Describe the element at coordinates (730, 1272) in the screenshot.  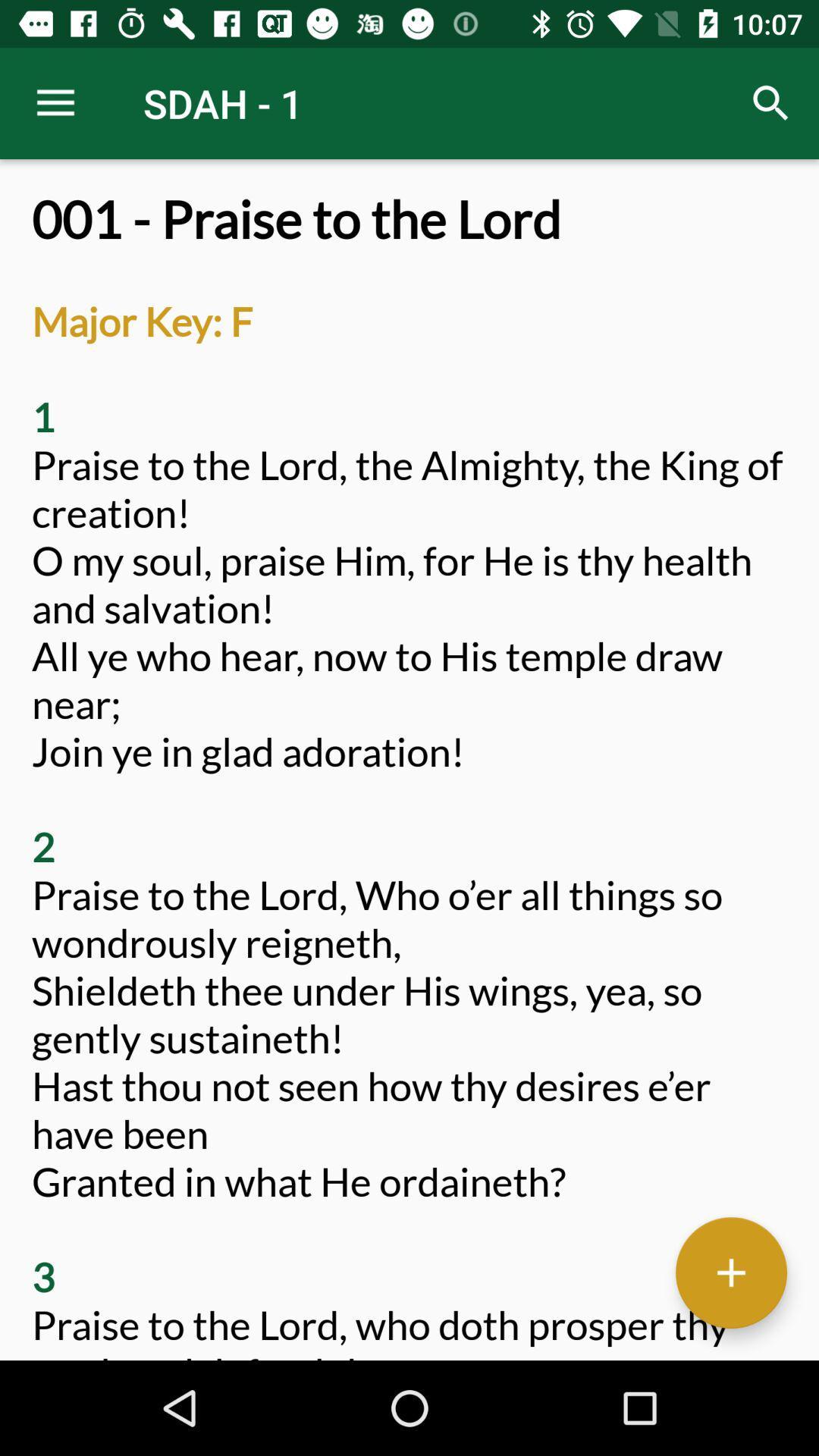
I see `hymn` at that location.